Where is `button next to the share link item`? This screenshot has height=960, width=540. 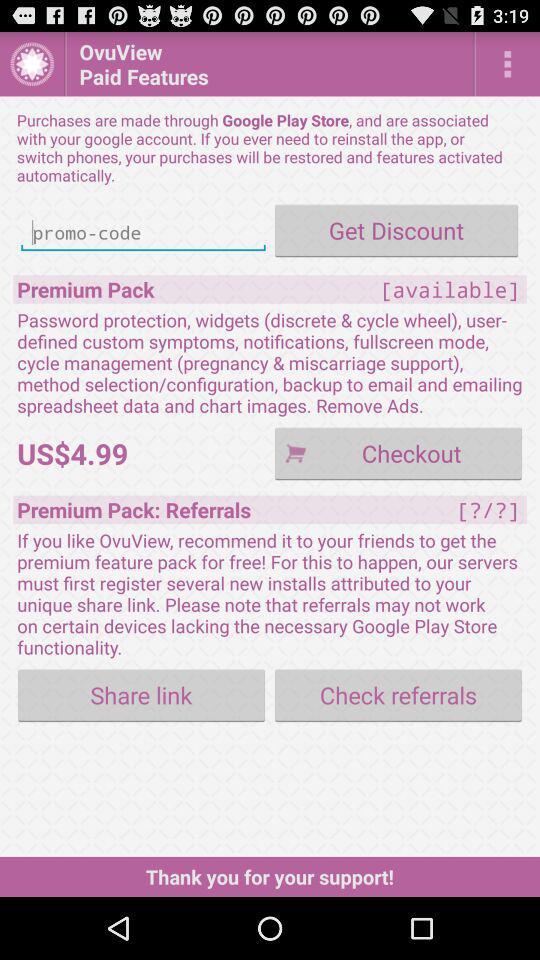
button next to the share link item is located at coordinates (398, 695).